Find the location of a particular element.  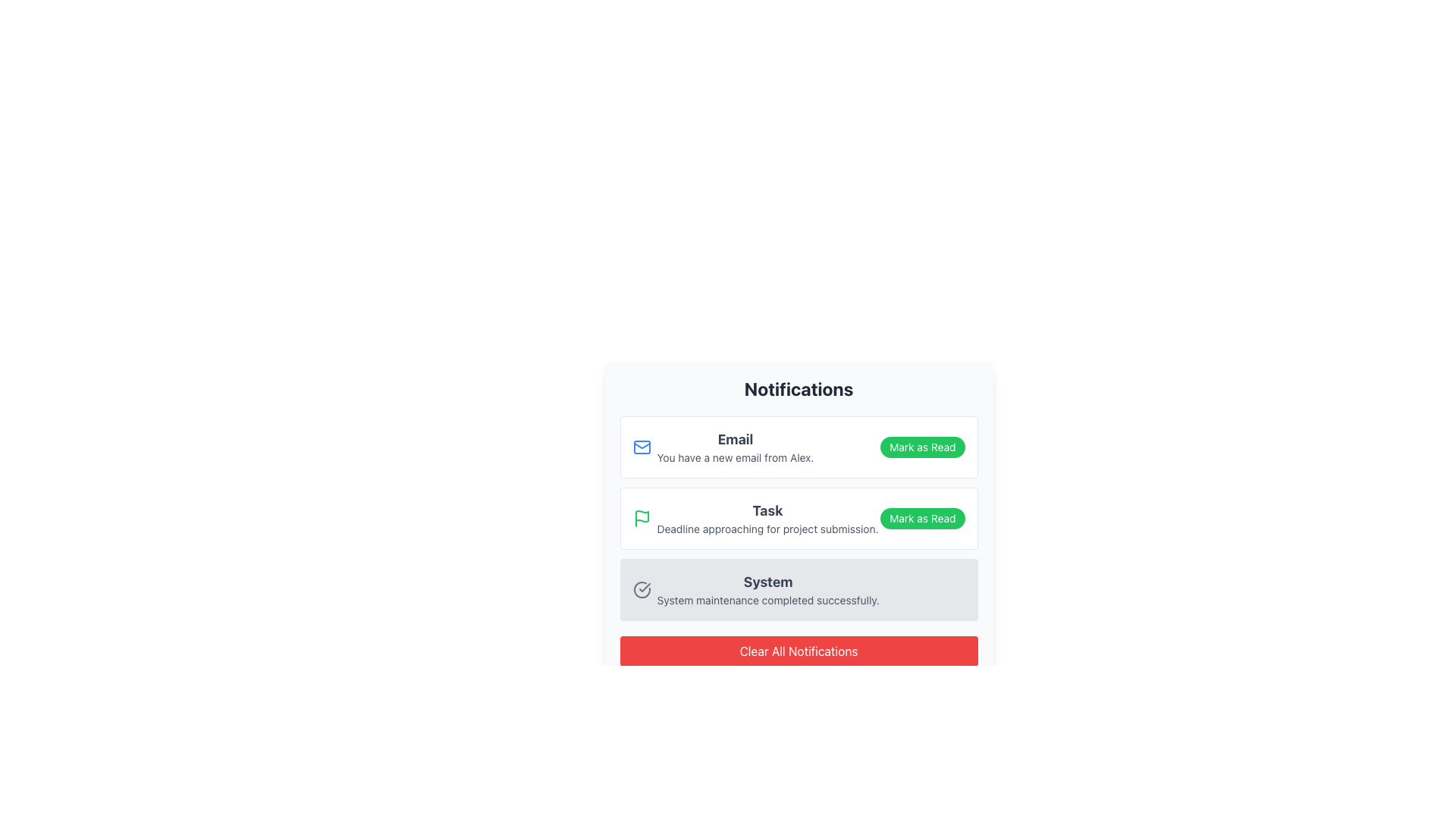

the email notification represented by the blue outlined envelope SVG graphic component located to the left of the 'Email' text label is located at coordinates (642, 447).